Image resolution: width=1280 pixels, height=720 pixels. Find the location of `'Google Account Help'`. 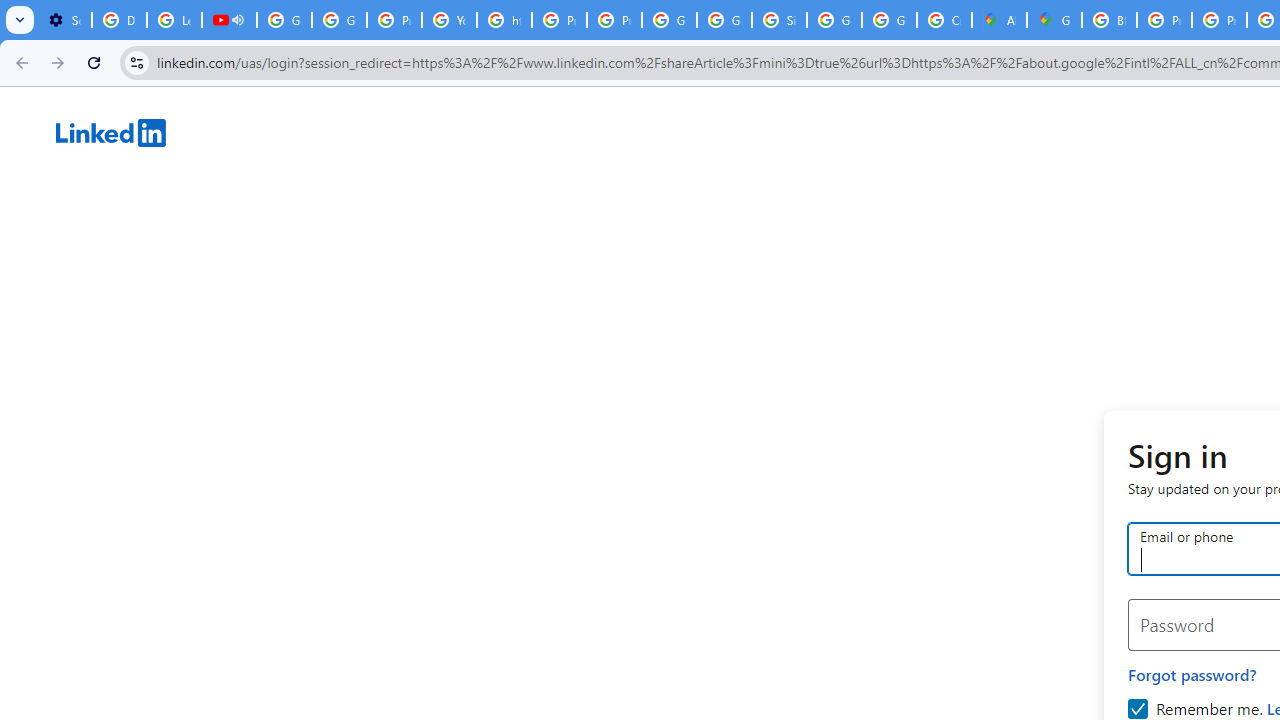

'Google Account Help' is located at coordinates (283, 20).